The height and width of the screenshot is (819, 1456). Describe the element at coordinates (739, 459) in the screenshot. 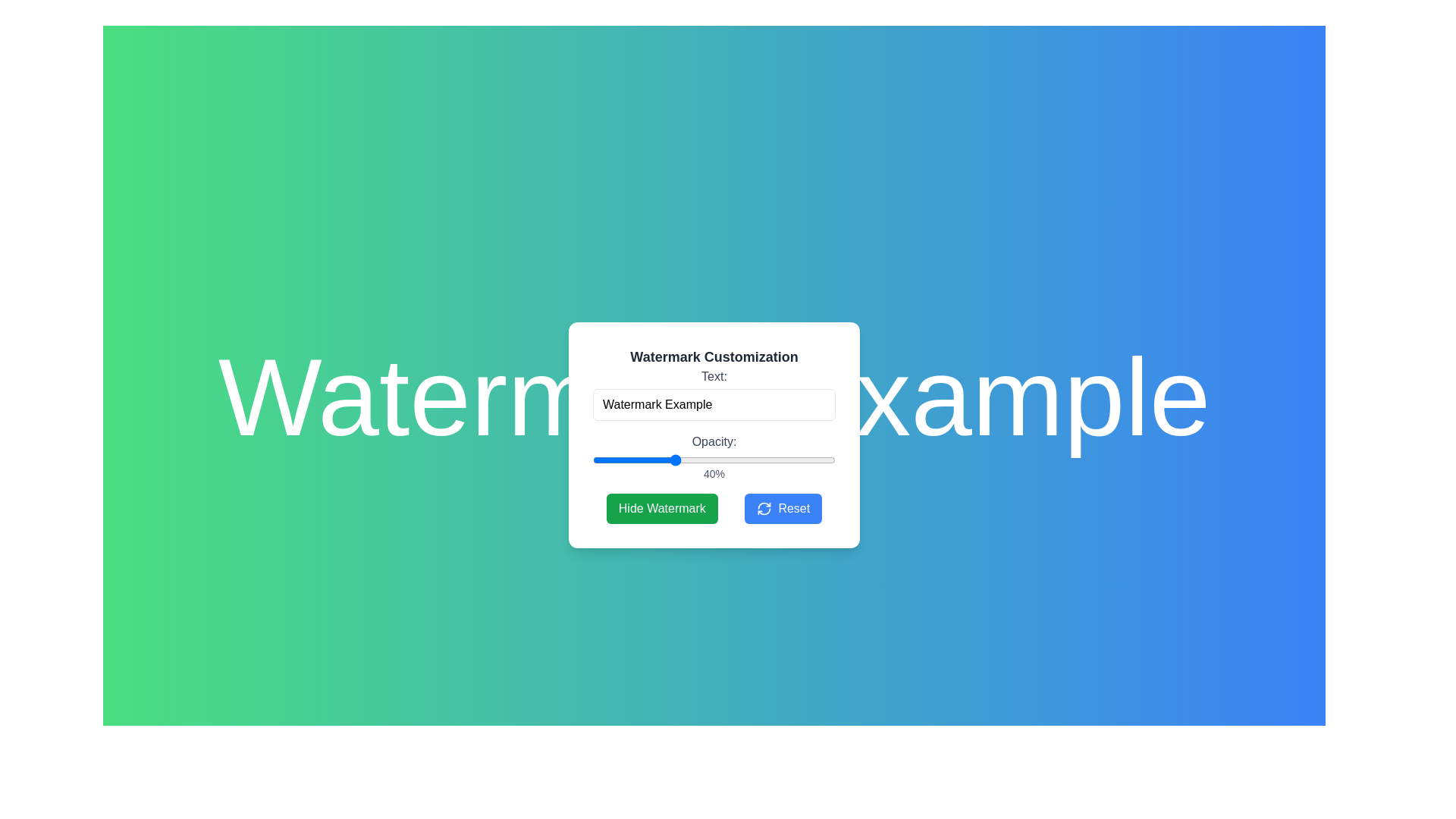

I see `opacity` at that location.